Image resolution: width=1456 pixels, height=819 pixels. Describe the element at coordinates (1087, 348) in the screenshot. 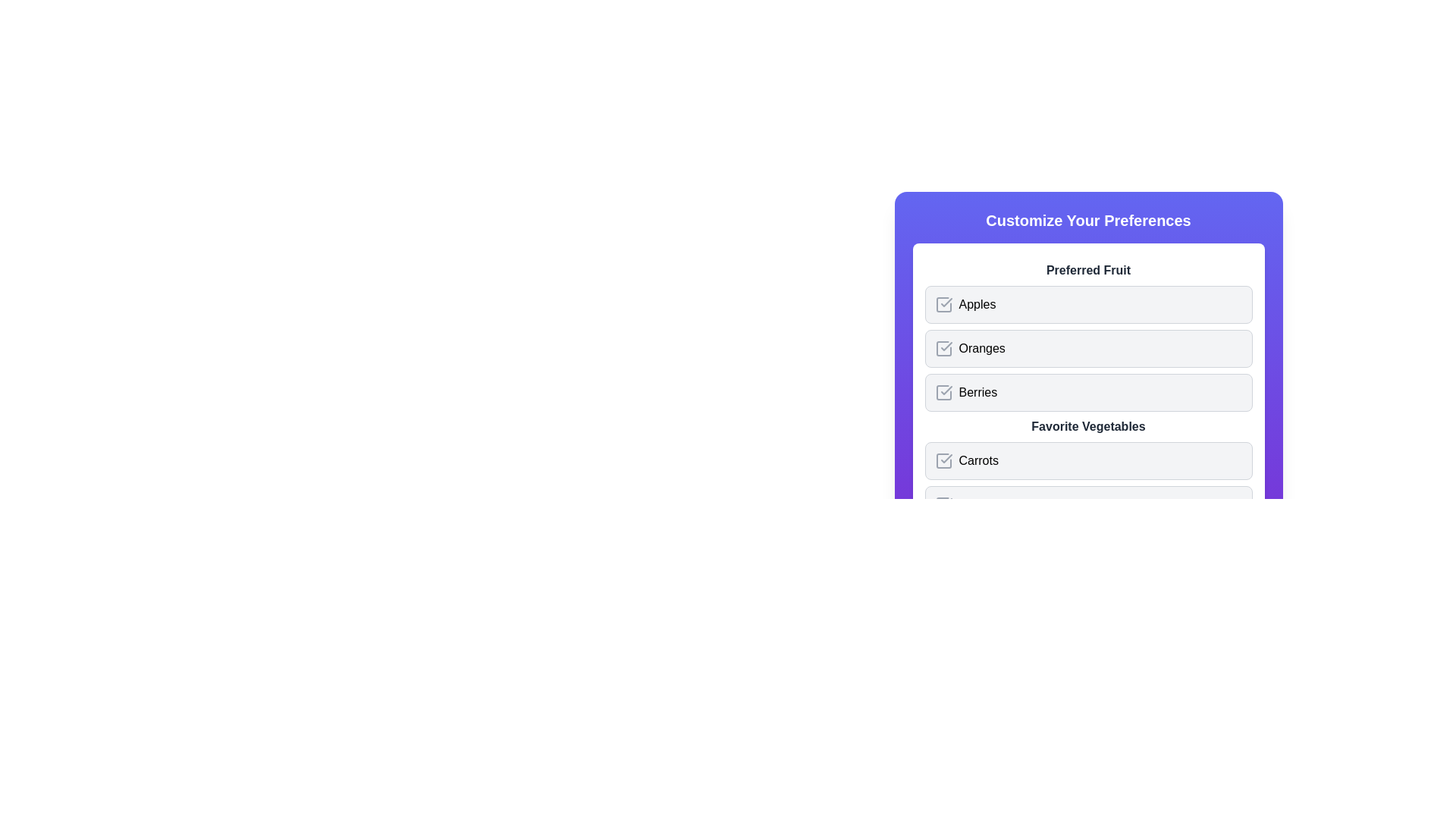

I see `the 'Oranges' selectable list item with a checkbox` at that location.